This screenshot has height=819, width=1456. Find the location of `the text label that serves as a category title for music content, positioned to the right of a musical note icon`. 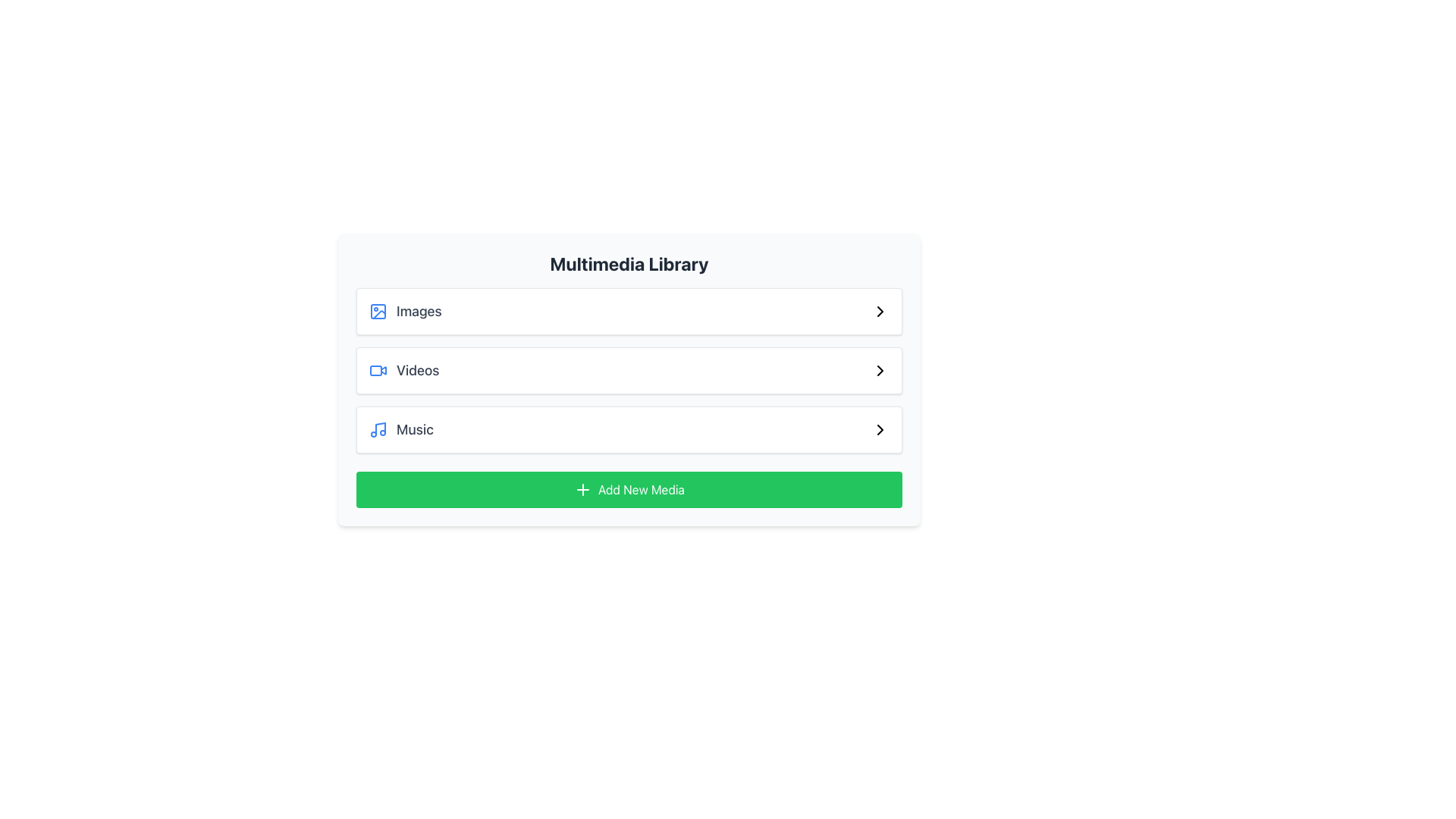

the text label that serves as a category title for music content, positioned to the right of a musical note icon is located at coordinates (415, 430).